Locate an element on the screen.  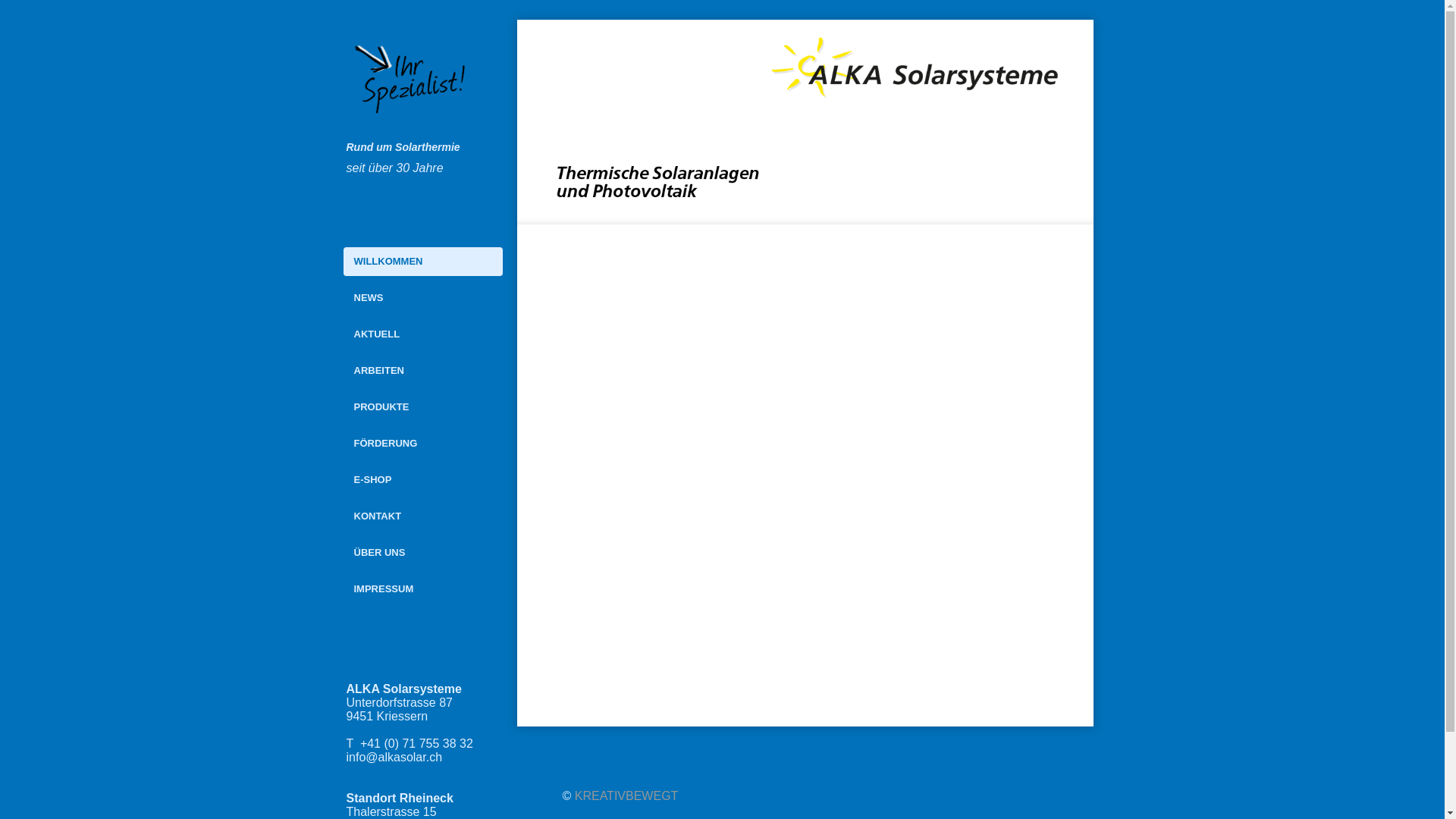
'KONTAKT' is located at coordinates (422, 516).